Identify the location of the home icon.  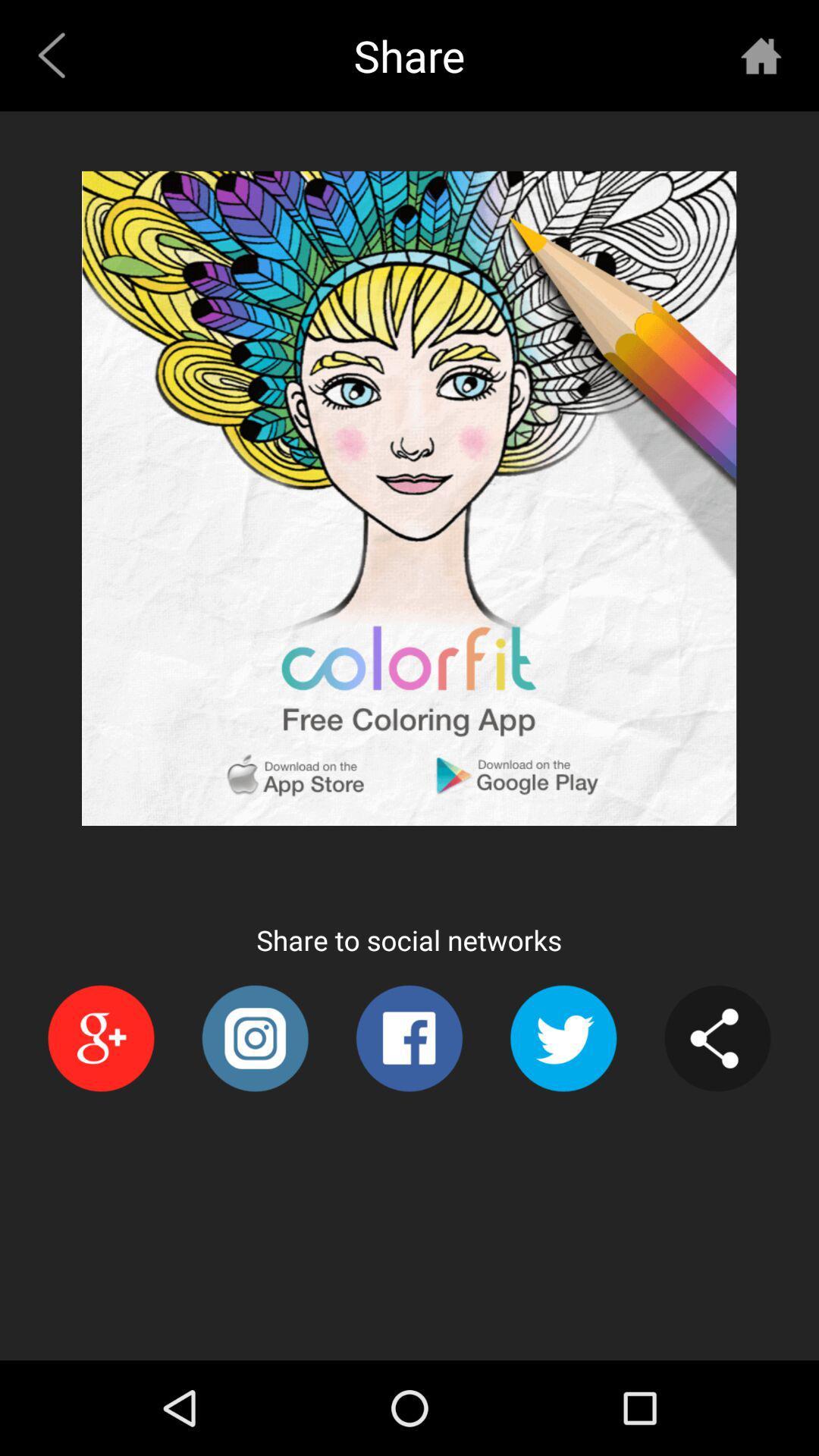
(761, 59).